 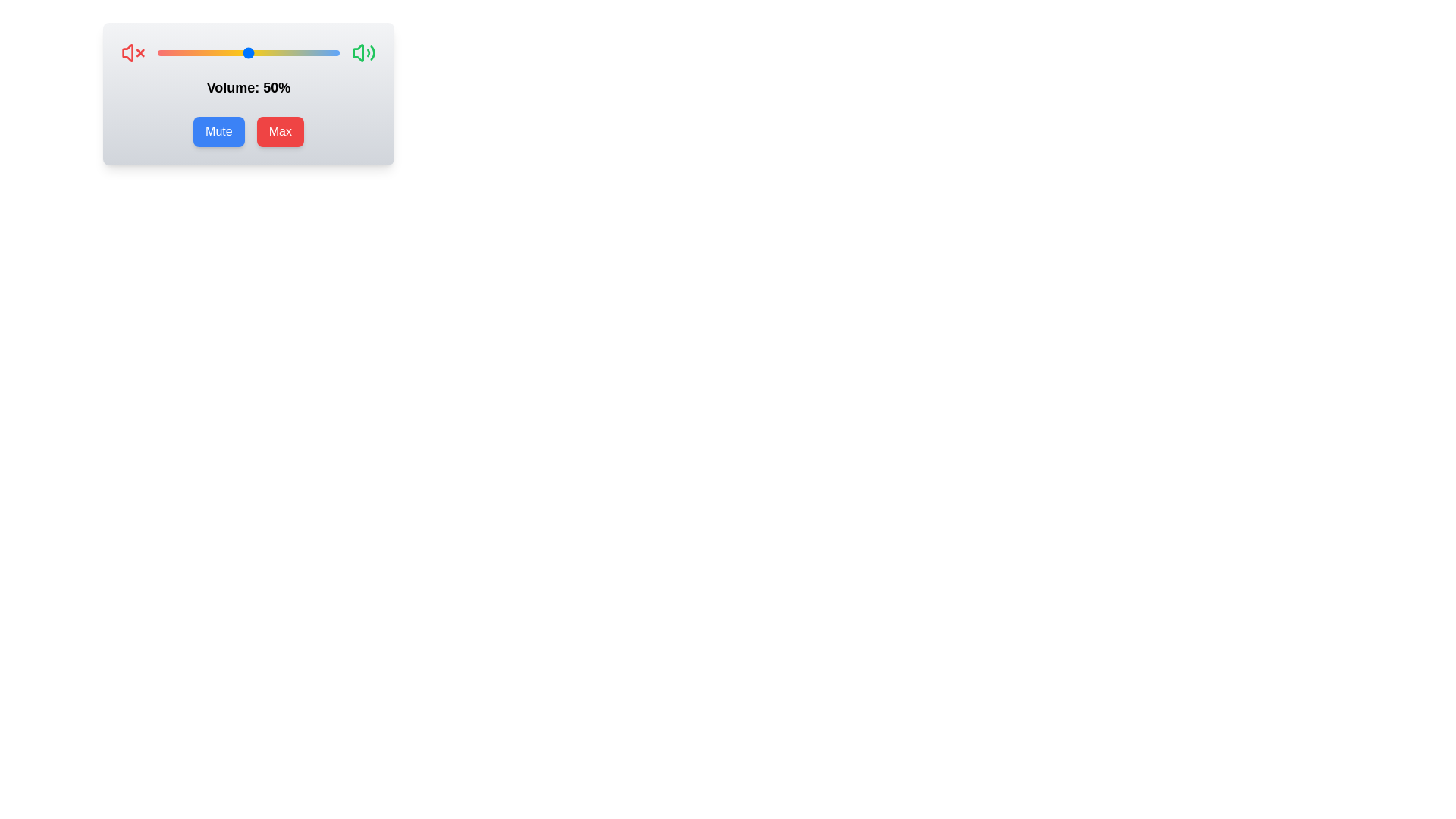 I want to click on the volume slider to 13% level, so click(x=181, y=52).